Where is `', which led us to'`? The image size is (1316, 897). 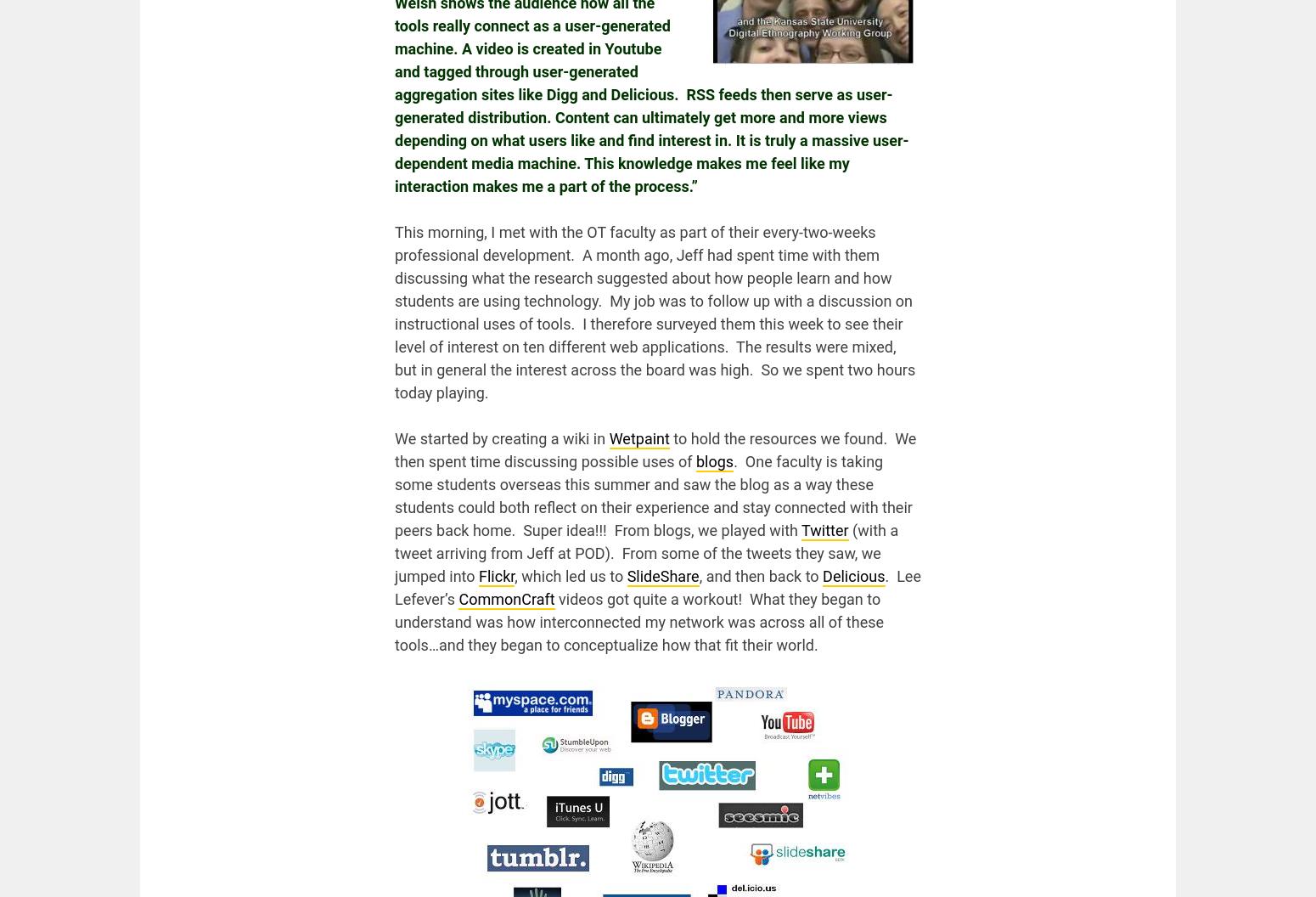
', which led us to' is located at coordinates (515, 576).